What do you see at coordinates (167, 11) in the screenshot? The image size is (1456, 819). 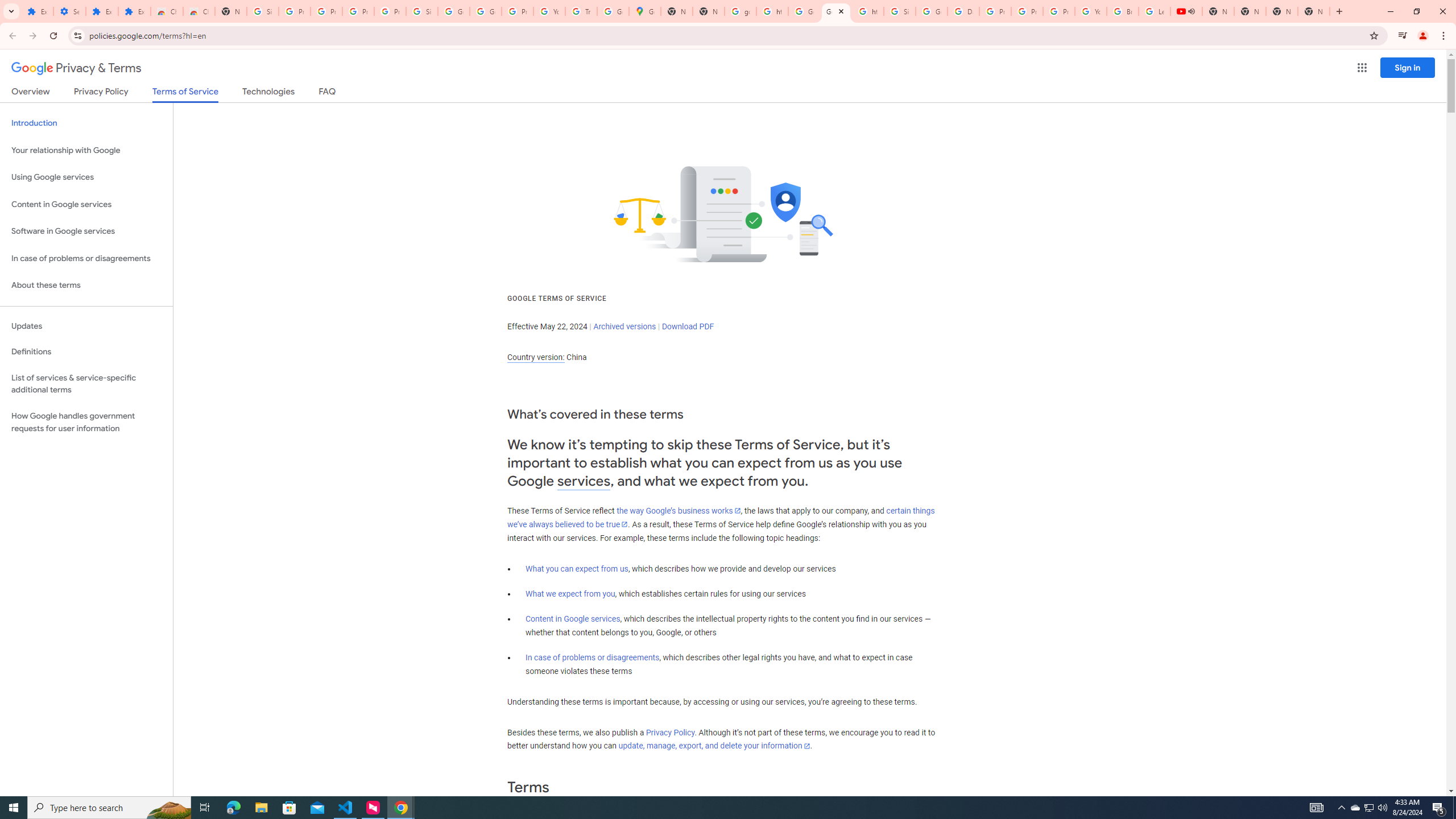 I see `'Chrome Web Store'` at bounding box center [167, 11].